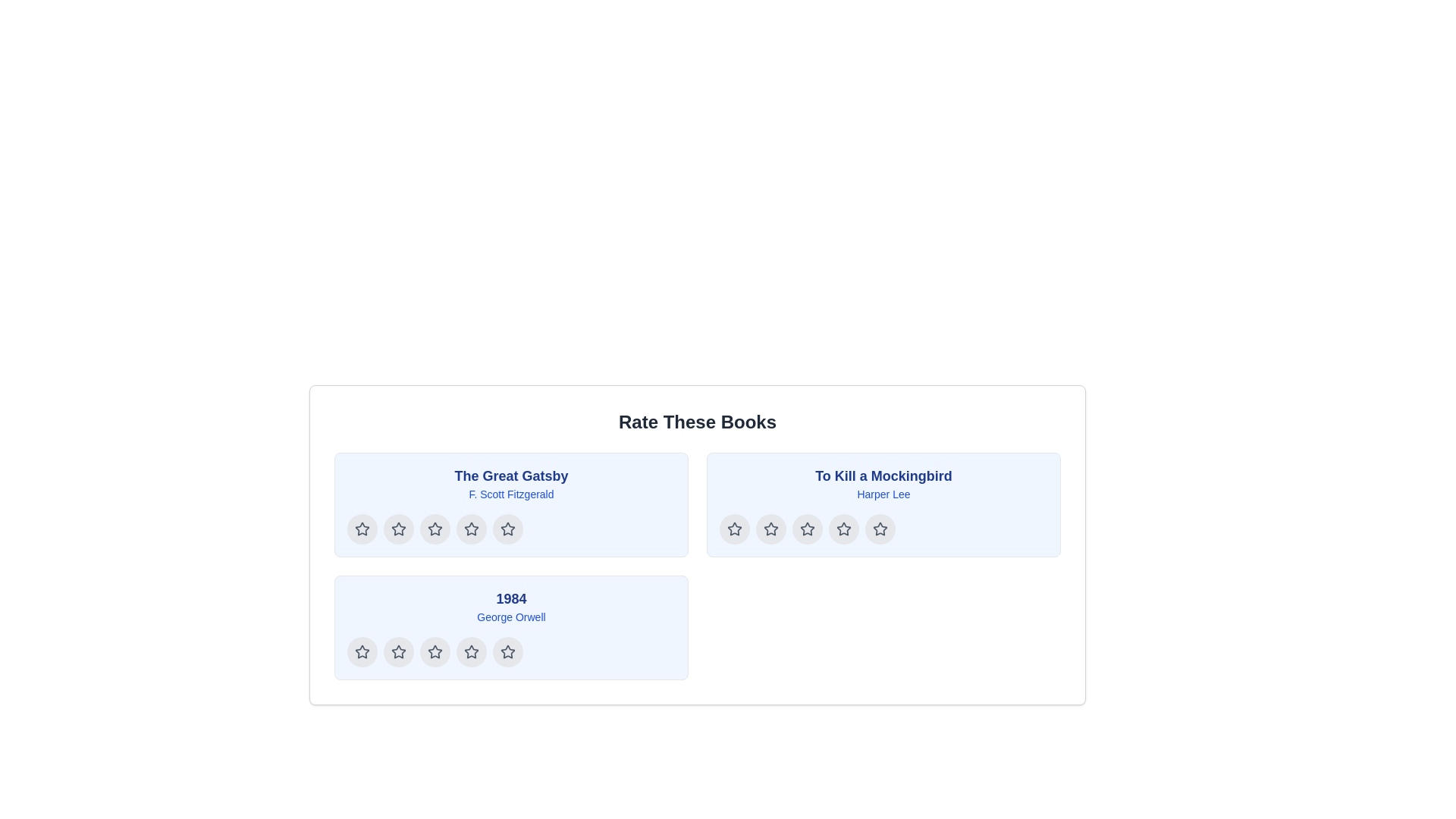 Image resolution: width=1456 pixels, height=819 pixels. I want to click on the circular button with a light gray background and a star icon, which is the fourth button in the horizontal list below the book '1984' in the 'Rate These Books' section, to give a rating, so click(508, 651).